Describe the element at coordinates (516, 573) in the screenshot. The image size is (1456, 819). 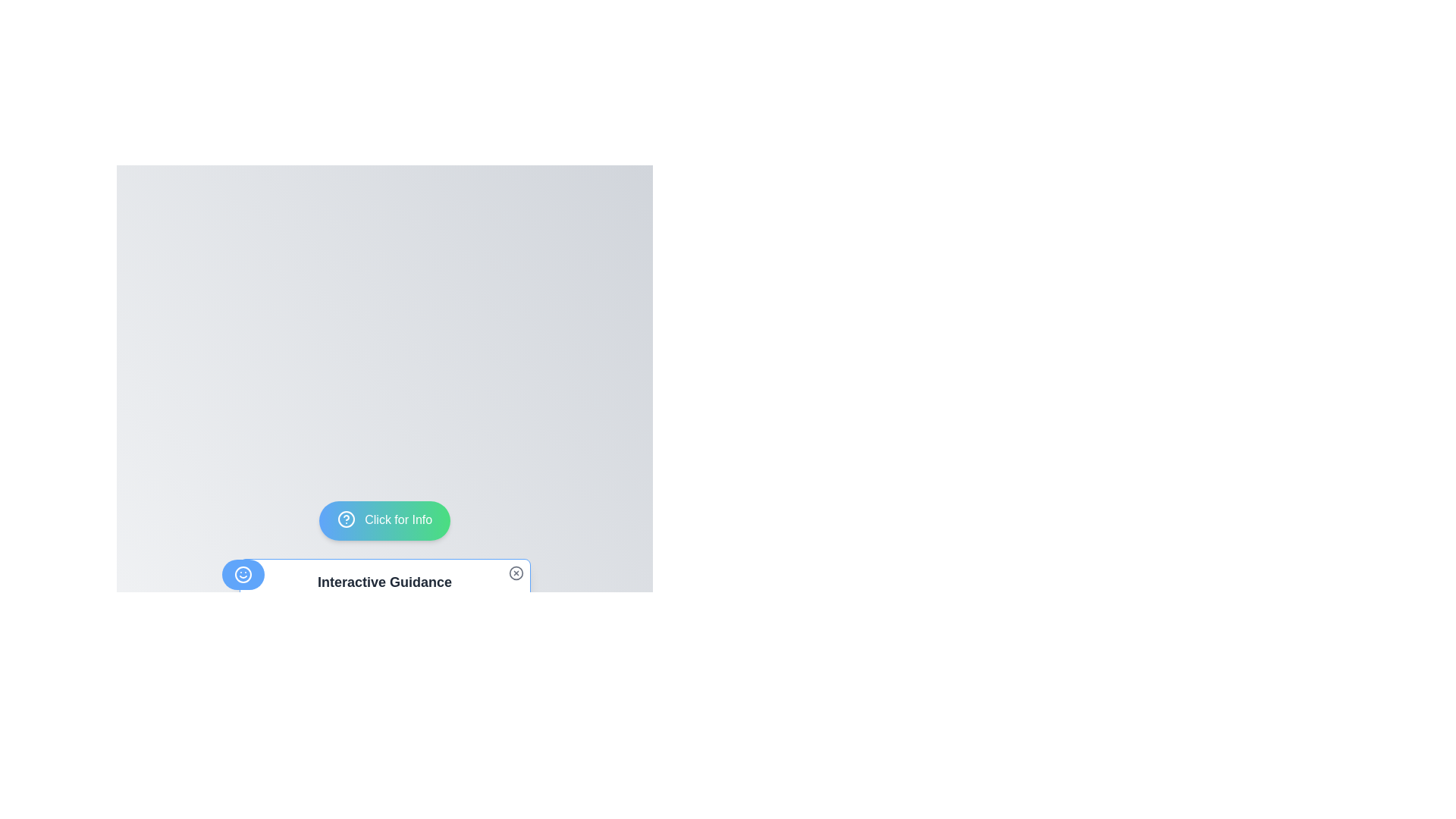
I see `properties of the decorative circle vector graphic element located at the bottom-right of the interface, adjacent to the 'Interactive Guidance' label` at that location.